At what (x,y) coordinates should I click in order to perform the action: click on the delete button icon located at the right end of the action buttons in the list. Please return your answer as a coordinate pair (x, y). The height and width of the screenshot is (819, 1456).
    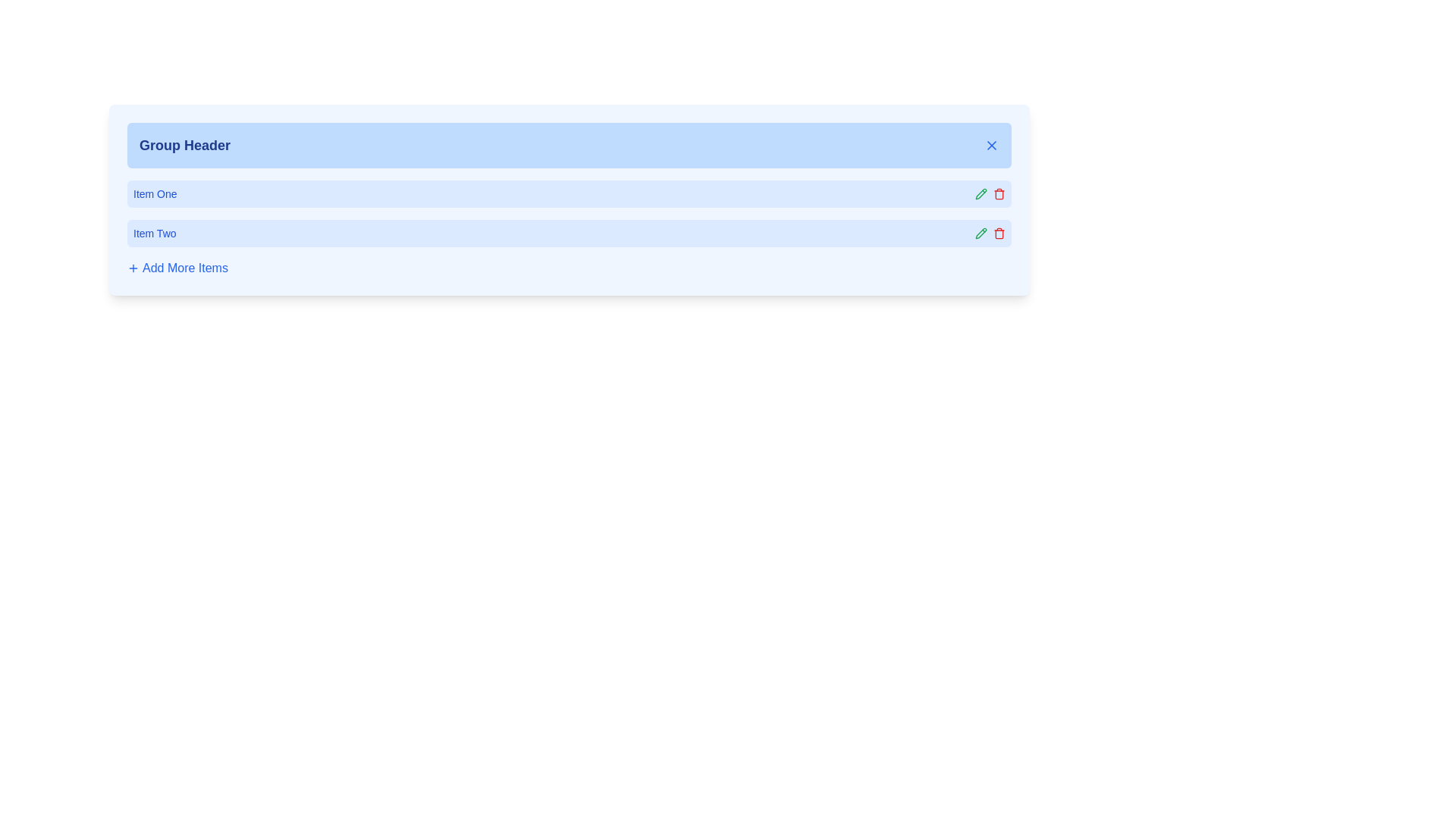
    Looking at the image, I should click on (999, 193).